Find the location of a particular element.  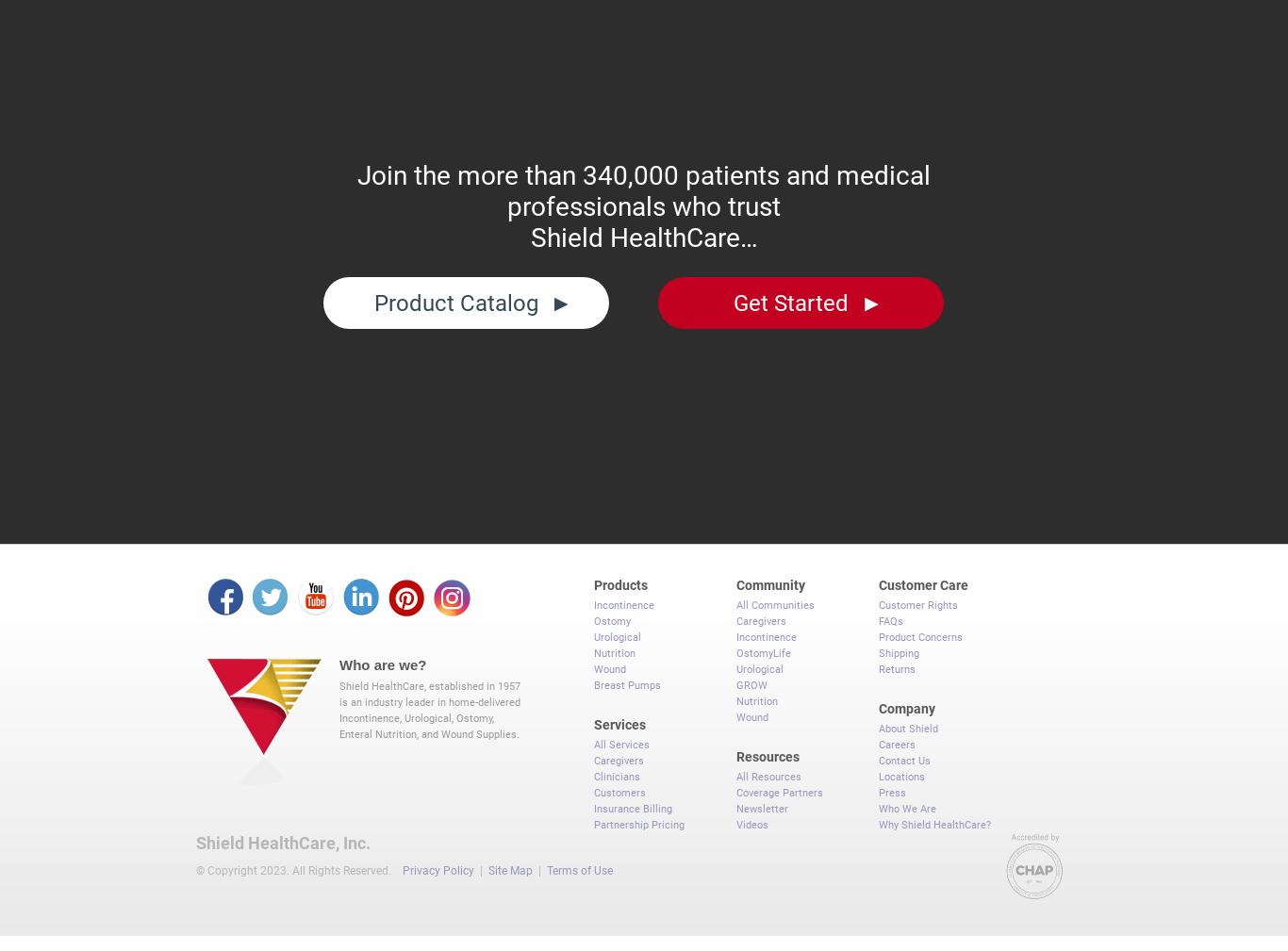

'OstomyLife' is located at coordinates (763, 644).